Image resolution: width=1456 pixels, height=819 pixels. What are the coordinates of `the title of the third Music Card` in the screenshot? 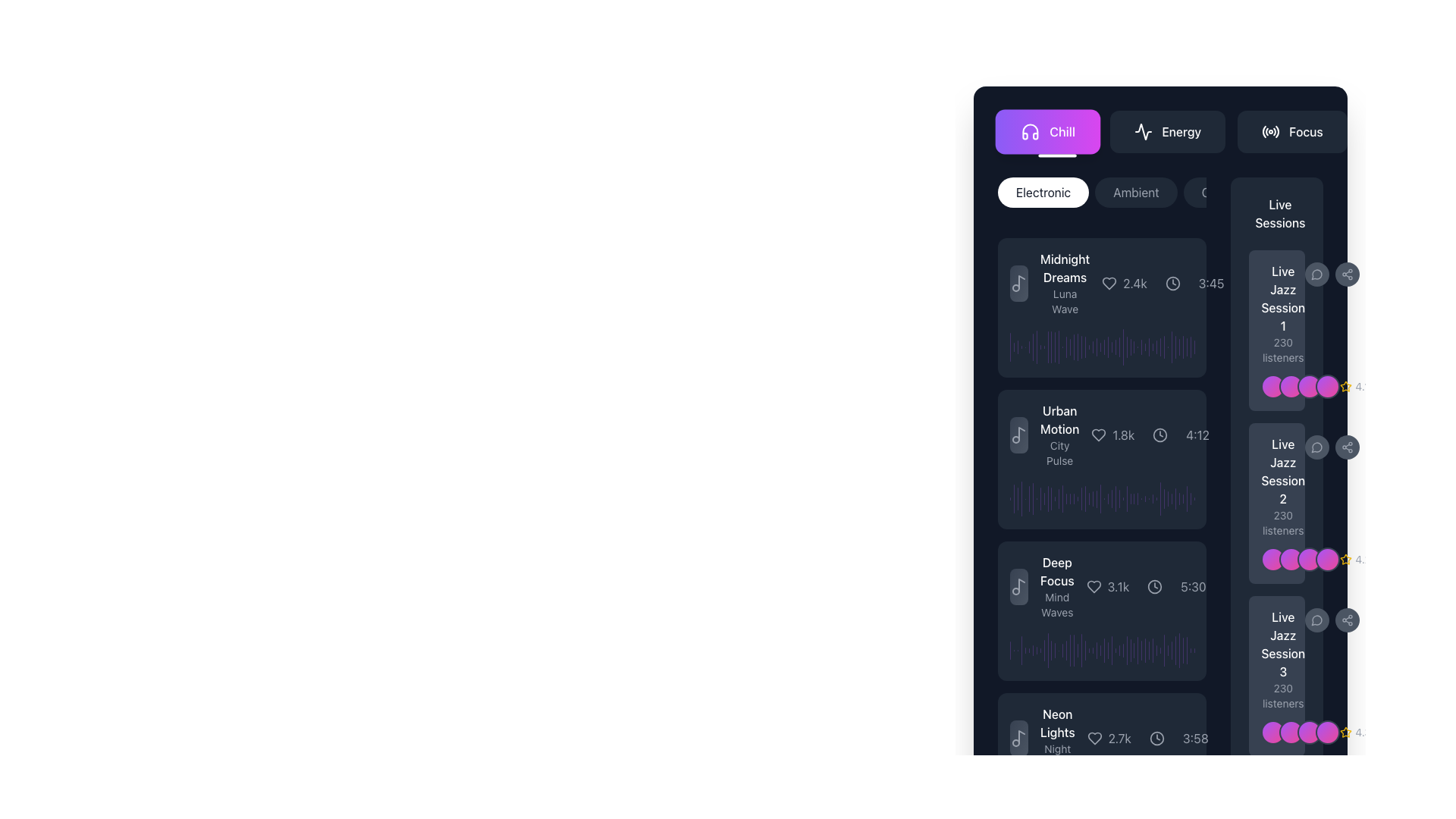 It's located at (1102, 586).